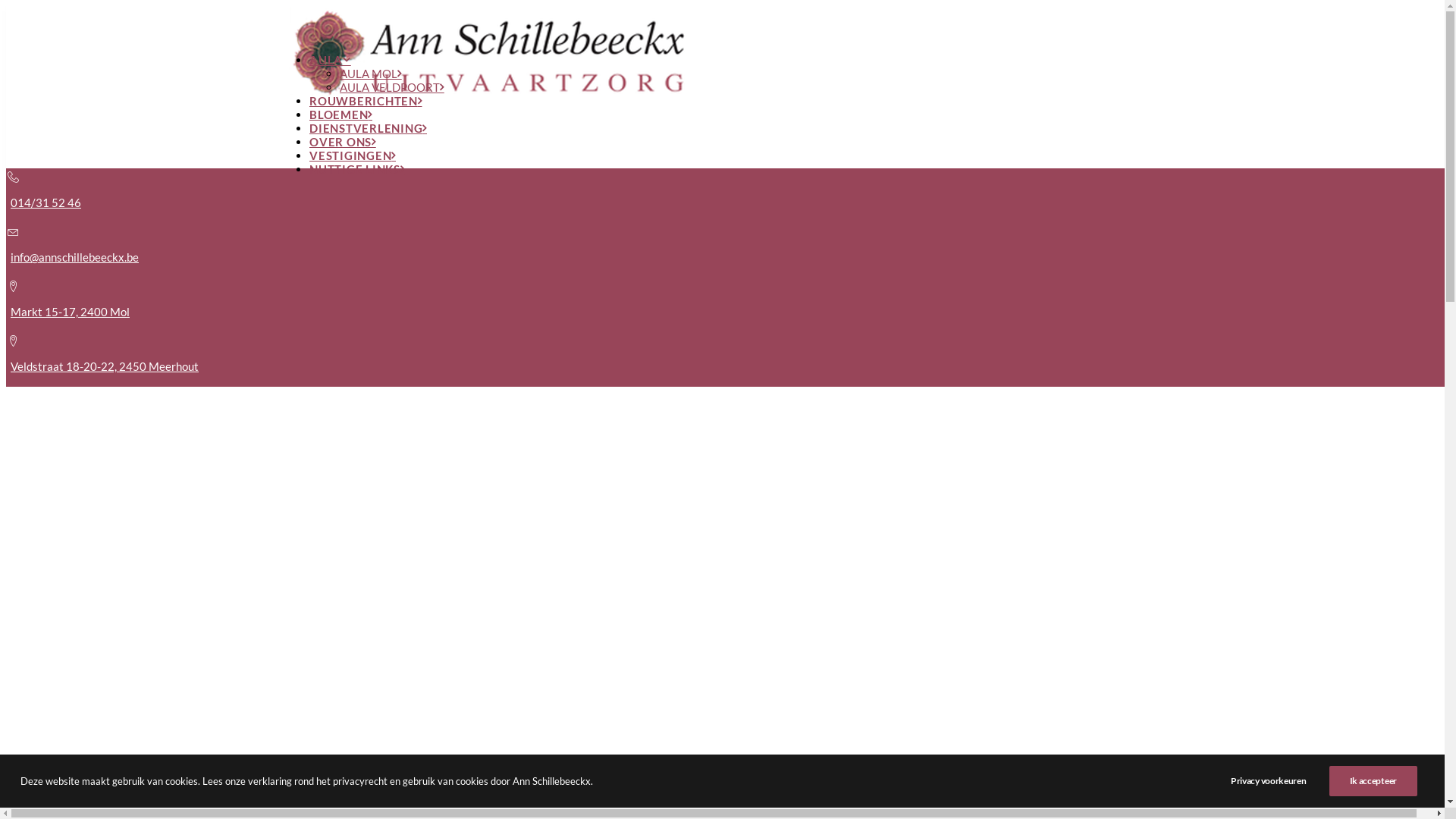 The height and width of the screenshot is (819, 1456). Describe the element at coordinates (69, 311) in the screenshot. I see `'Markt 15-17, 2400 Mol'` at that location.